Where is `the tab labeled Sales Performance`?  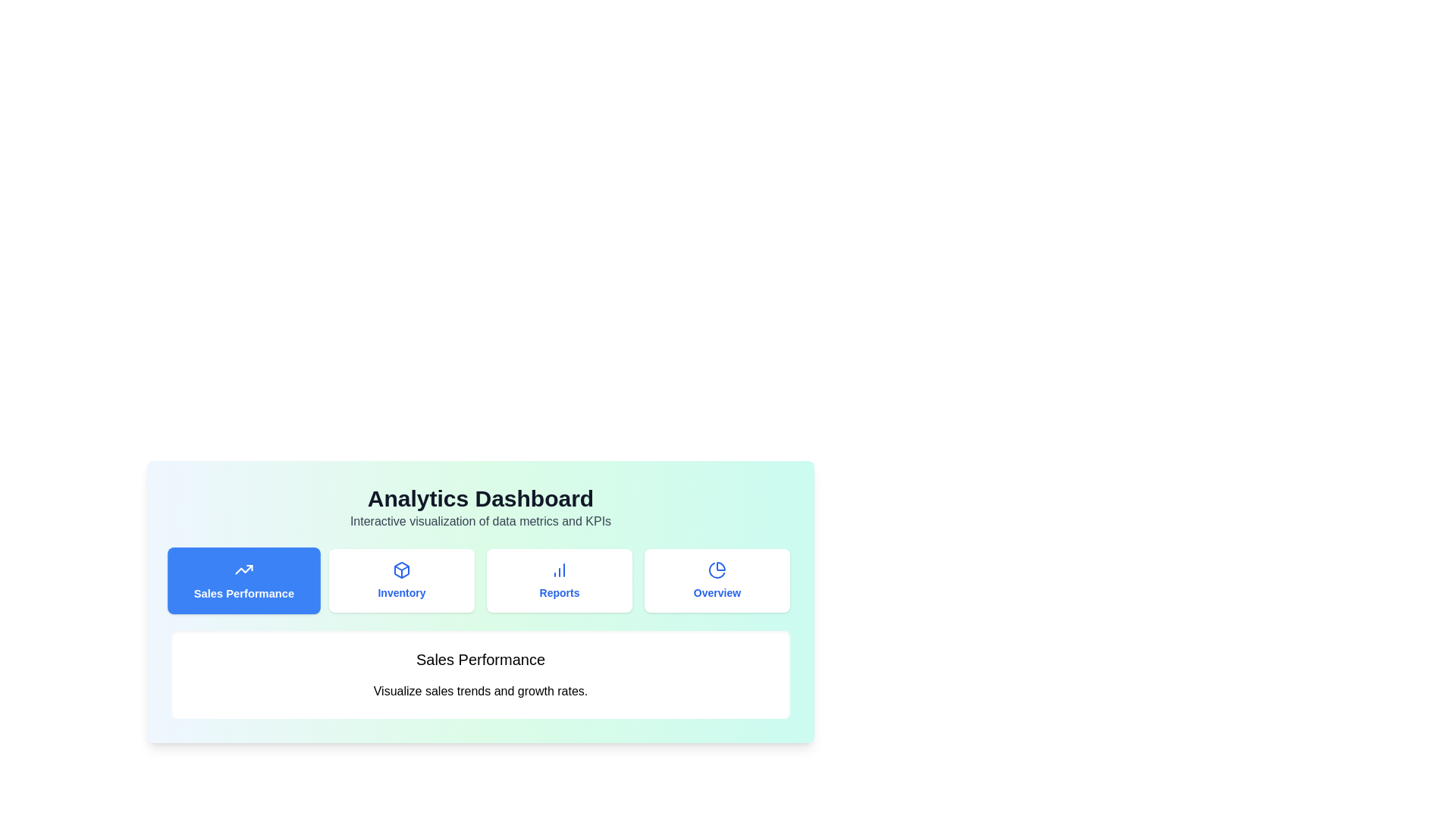 the tab labeled Sales Performance is located at coordinates (243, 580).